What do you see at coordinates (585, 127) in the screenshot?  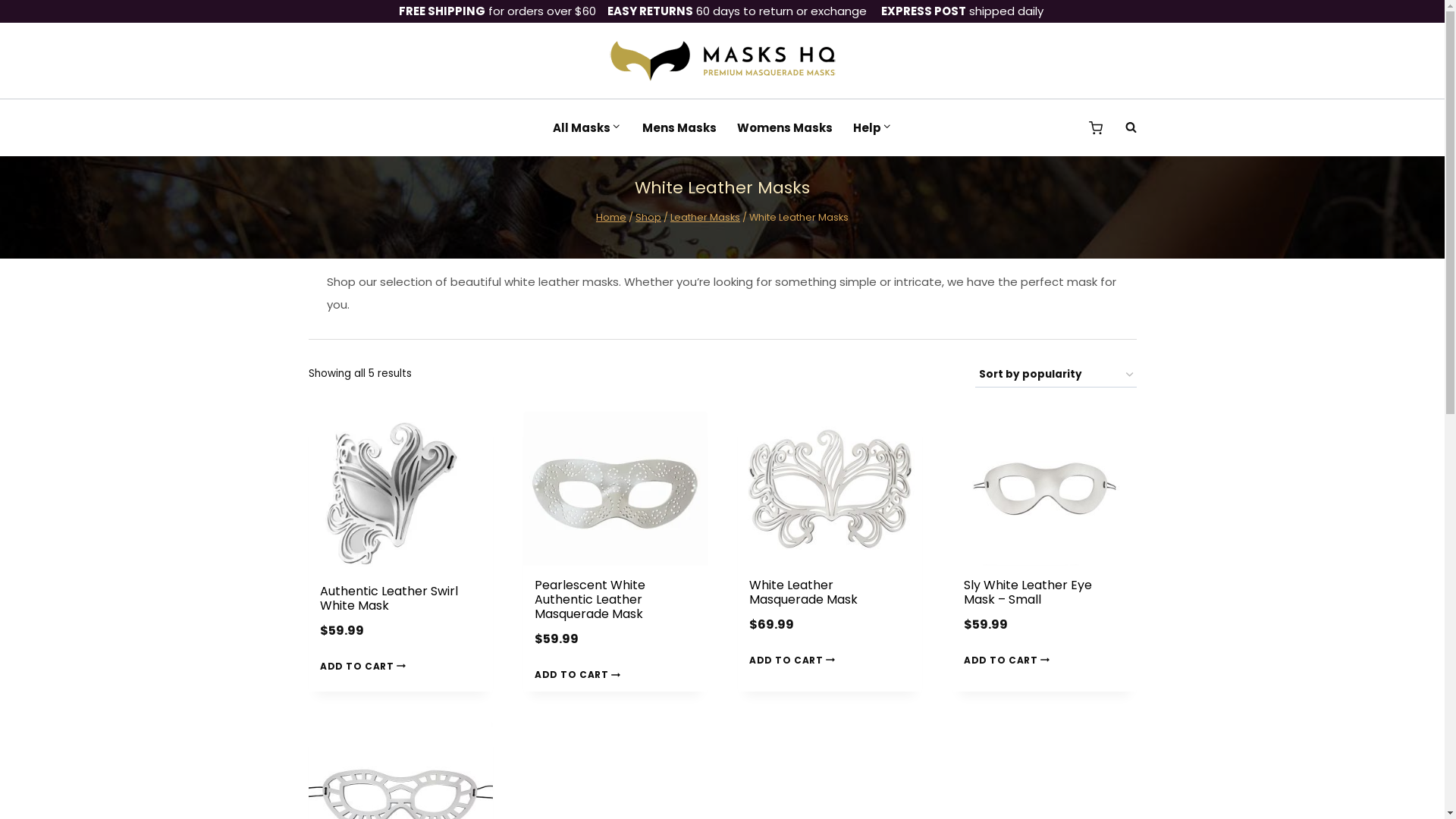 I see `'All Masks'` at bounding box center [585, 127].